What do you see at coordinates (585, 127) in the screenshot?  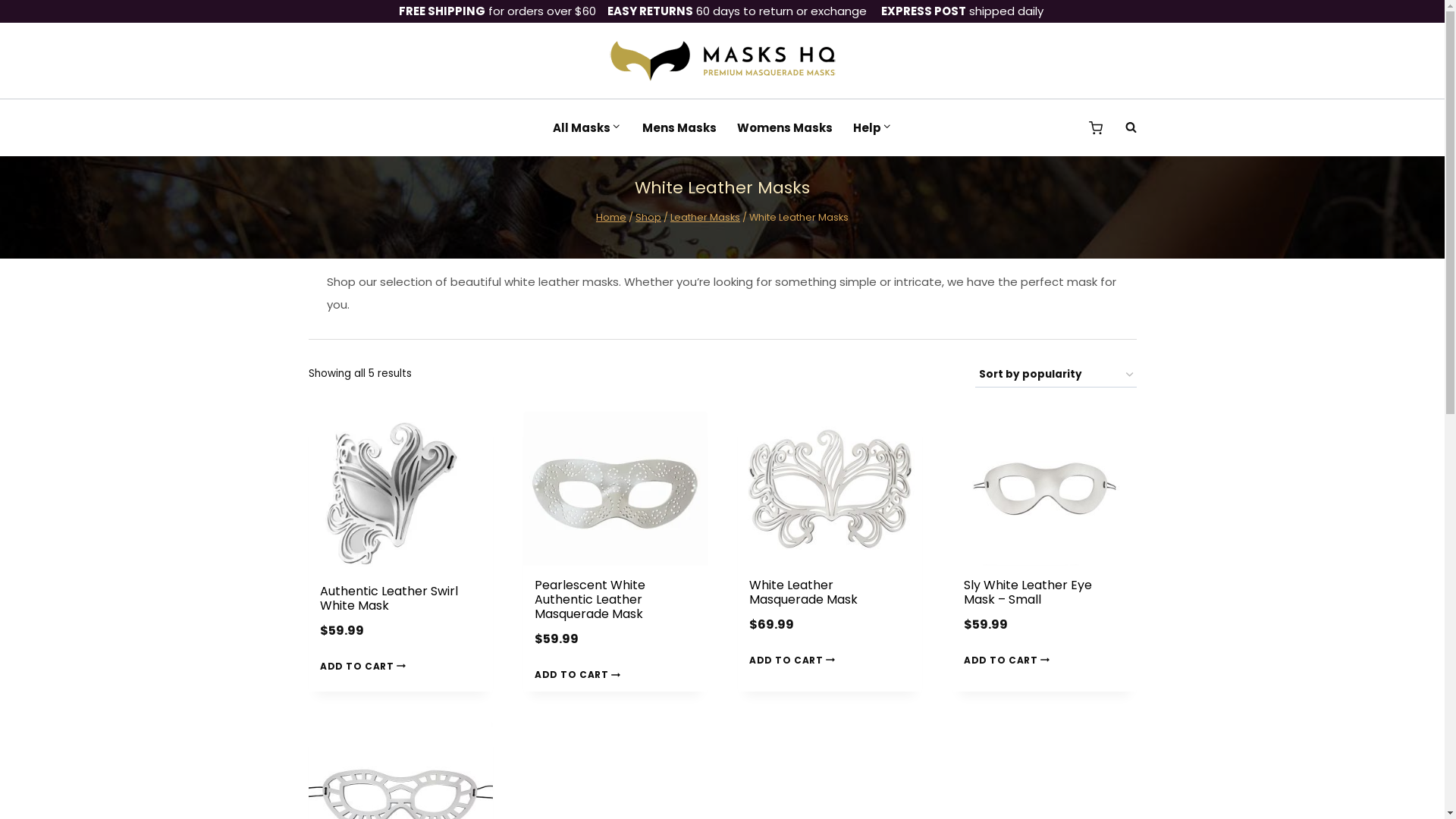 I see `'All Masks'` at bounding box center [585, 127].